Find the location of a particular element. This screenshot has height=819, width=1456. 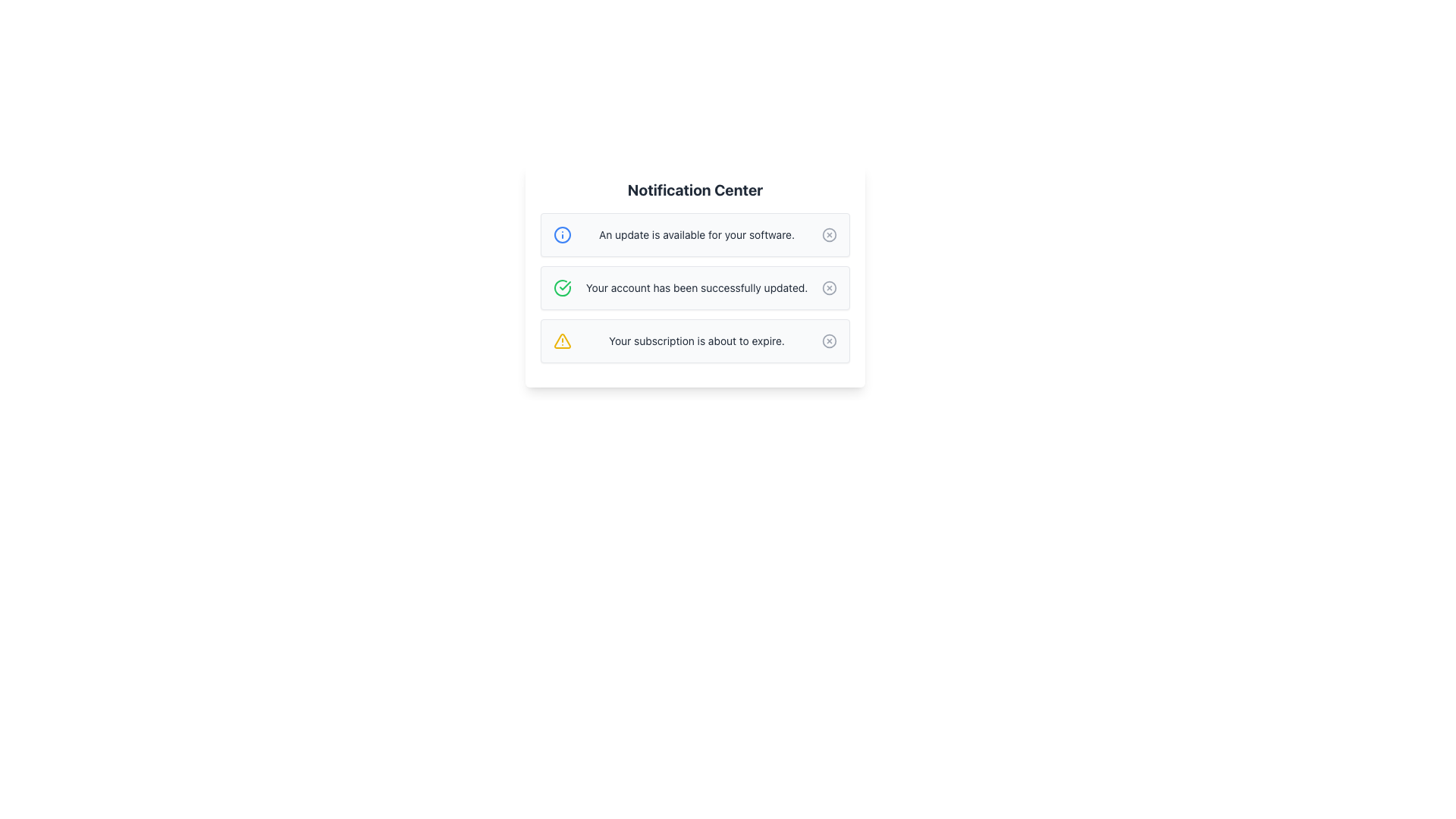

the checkmark icon within the notification item labeled 'Your account has been successfully updated.', which is centrally located inside a green circular icon and is the second notification item from the top in the notification center UI is located at coordinates (564, 286).